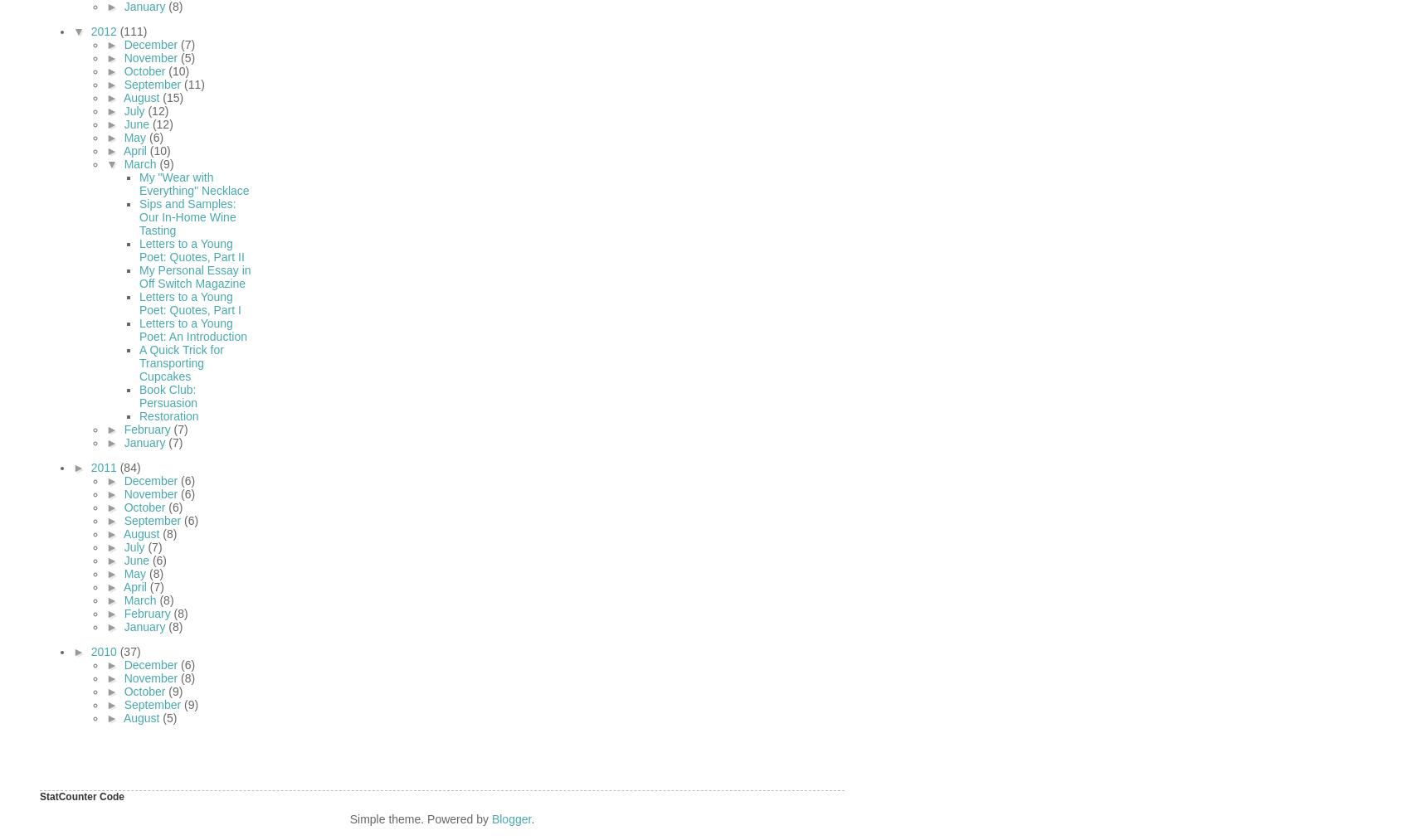  Describe the element at coordinates (82, 796) in the screenshot. I see `'StatCounter Code'` at that location.